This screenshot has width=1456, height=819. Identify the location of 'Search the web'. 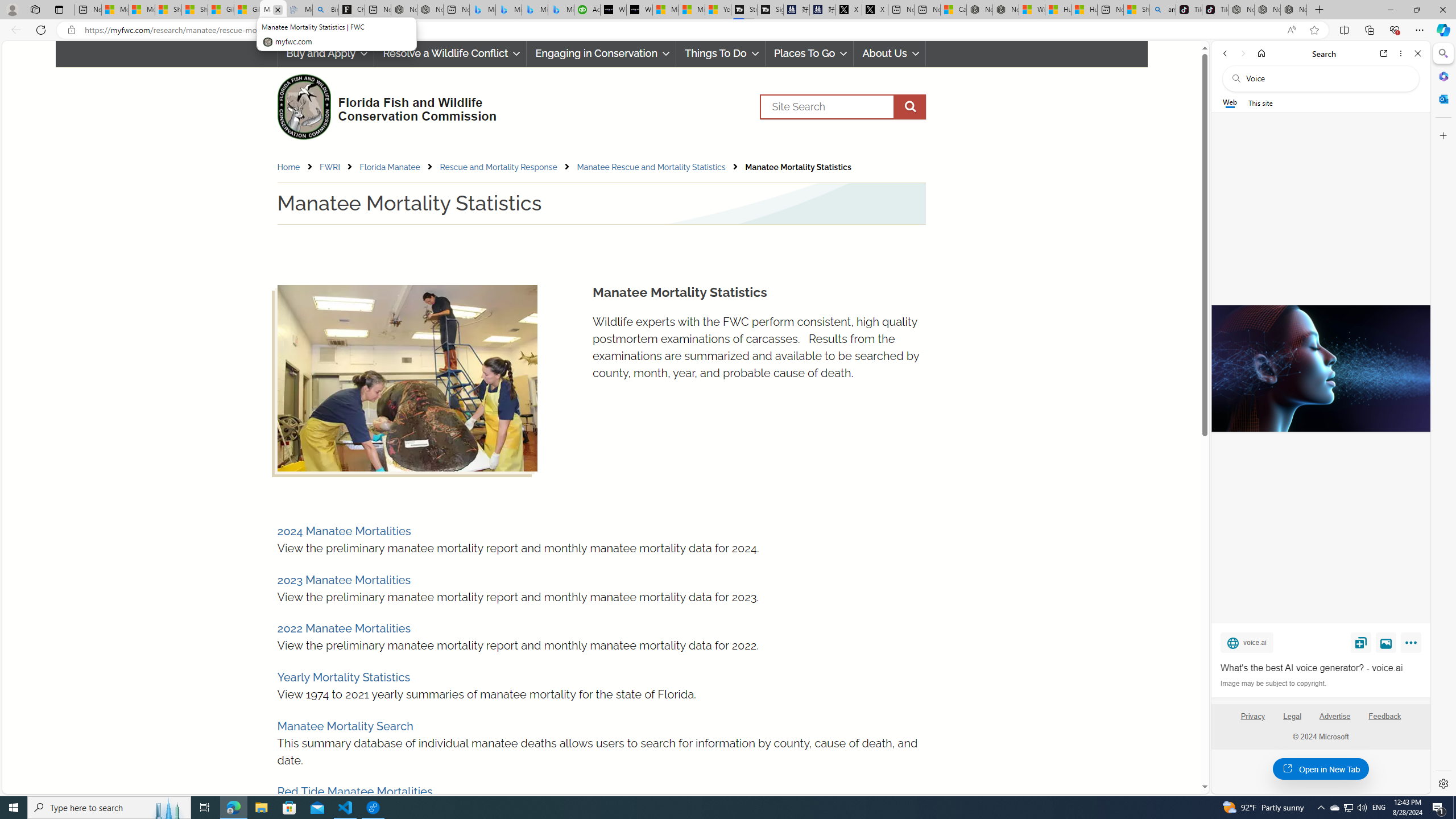
(1326, 78).